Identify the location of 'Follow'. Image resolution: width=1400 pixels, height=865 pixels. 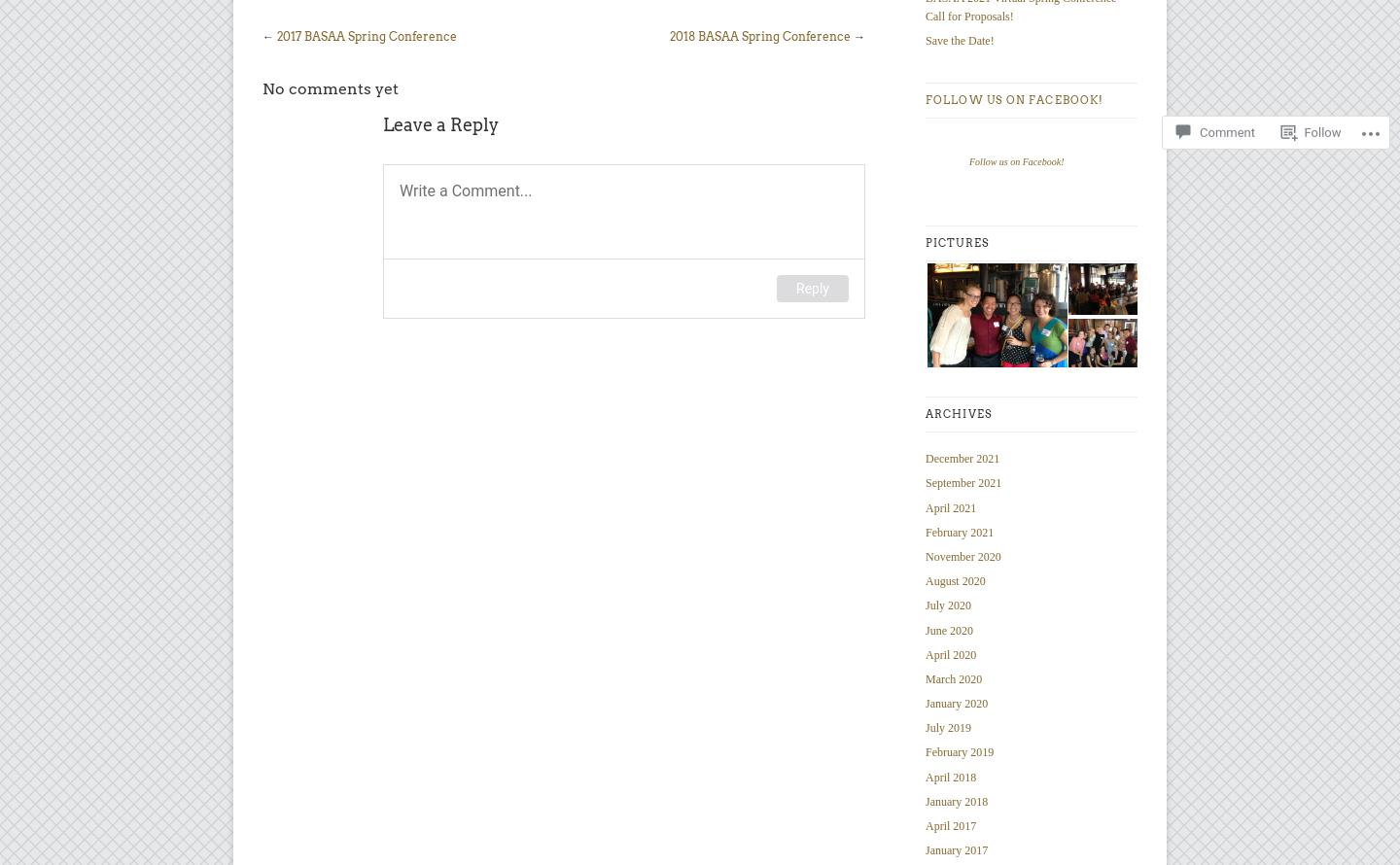
(1320, 79).